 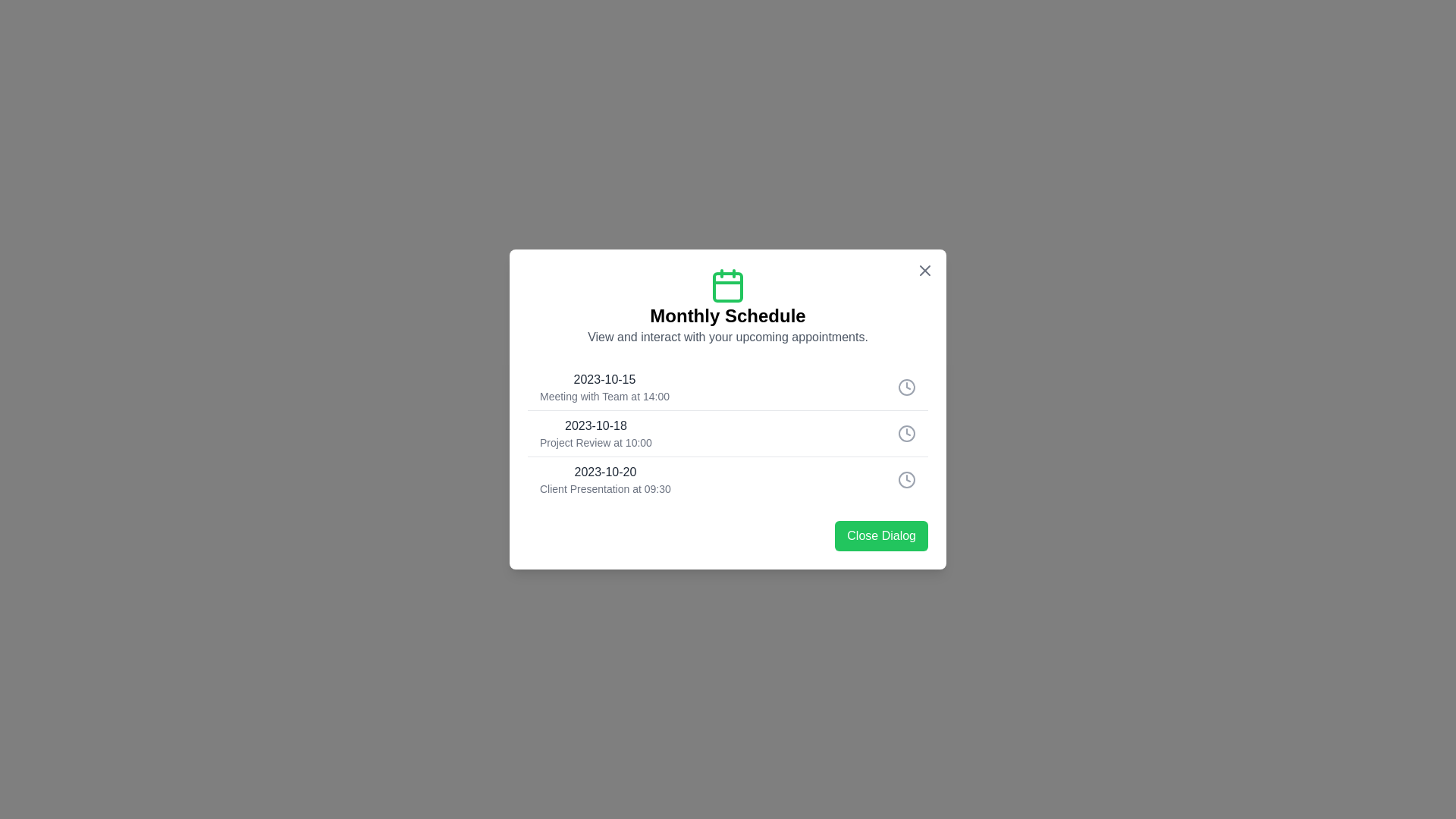 I want to click on the event 2023-10-20 Client Presentation at 09:30 from the list to view its details, so click(x=728, y=479).